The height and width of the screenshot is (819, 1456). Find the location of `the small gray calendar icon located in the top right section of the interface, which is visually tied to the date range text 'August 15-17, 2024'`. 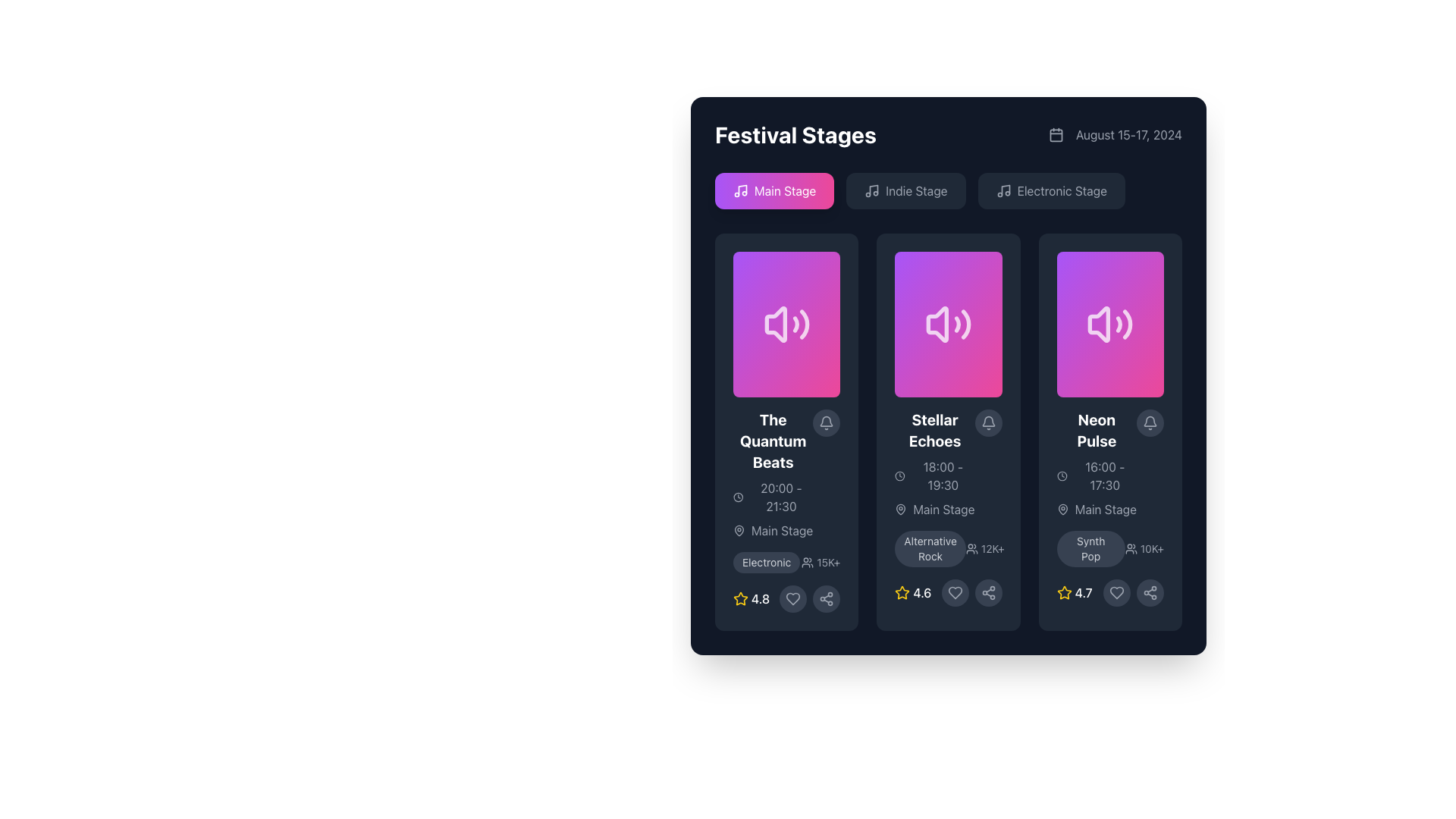

the small gray calendar icon located in the top right section of the interface, which is visually tied to the date range text 'August 15-17, 2024' is located at coordinates (1055, 133).